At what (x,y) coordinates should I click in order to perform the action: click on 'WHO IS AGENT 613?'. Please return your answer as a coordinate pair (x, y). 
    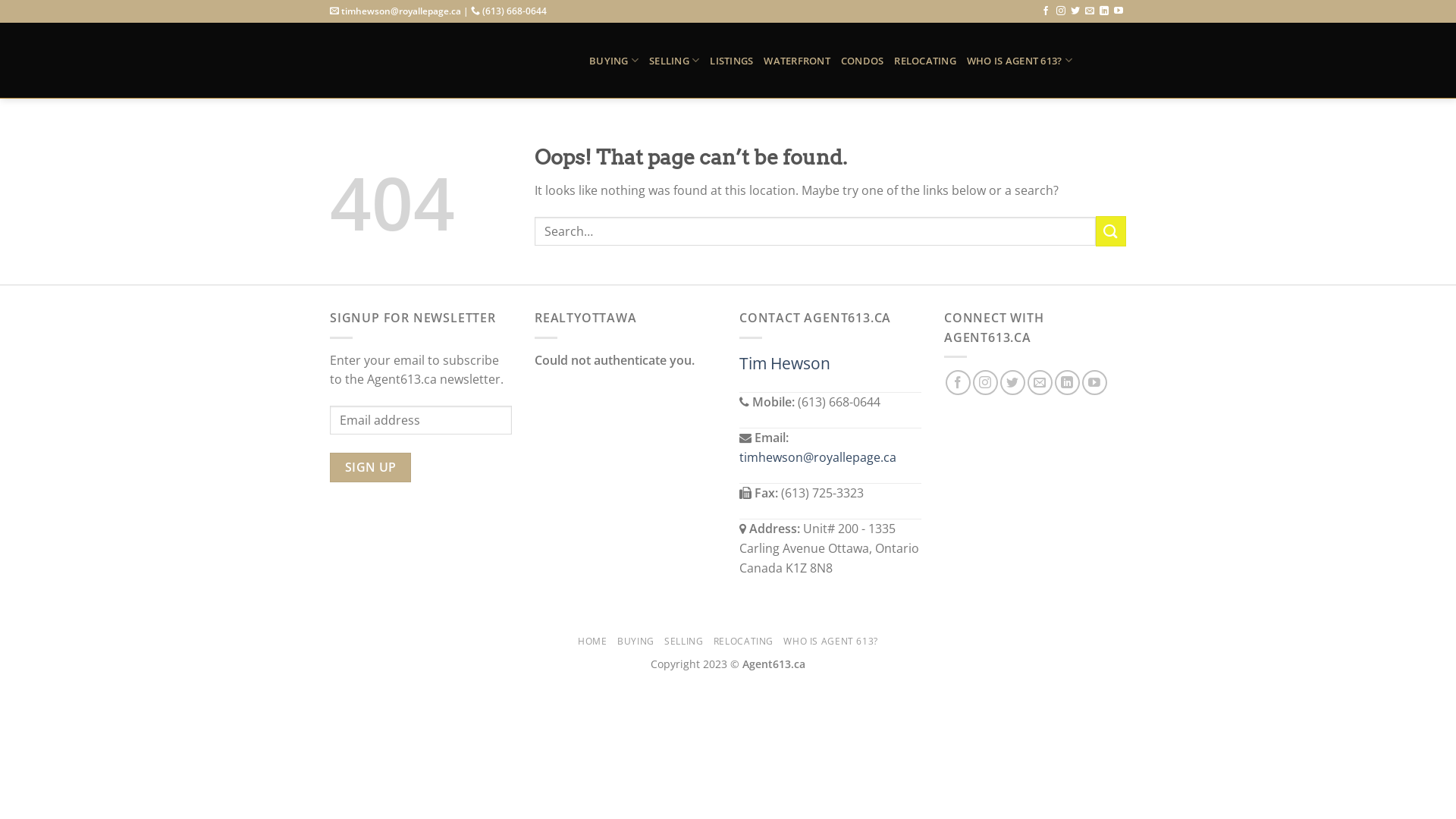
    Looking at the image, I should click on (829, 641).